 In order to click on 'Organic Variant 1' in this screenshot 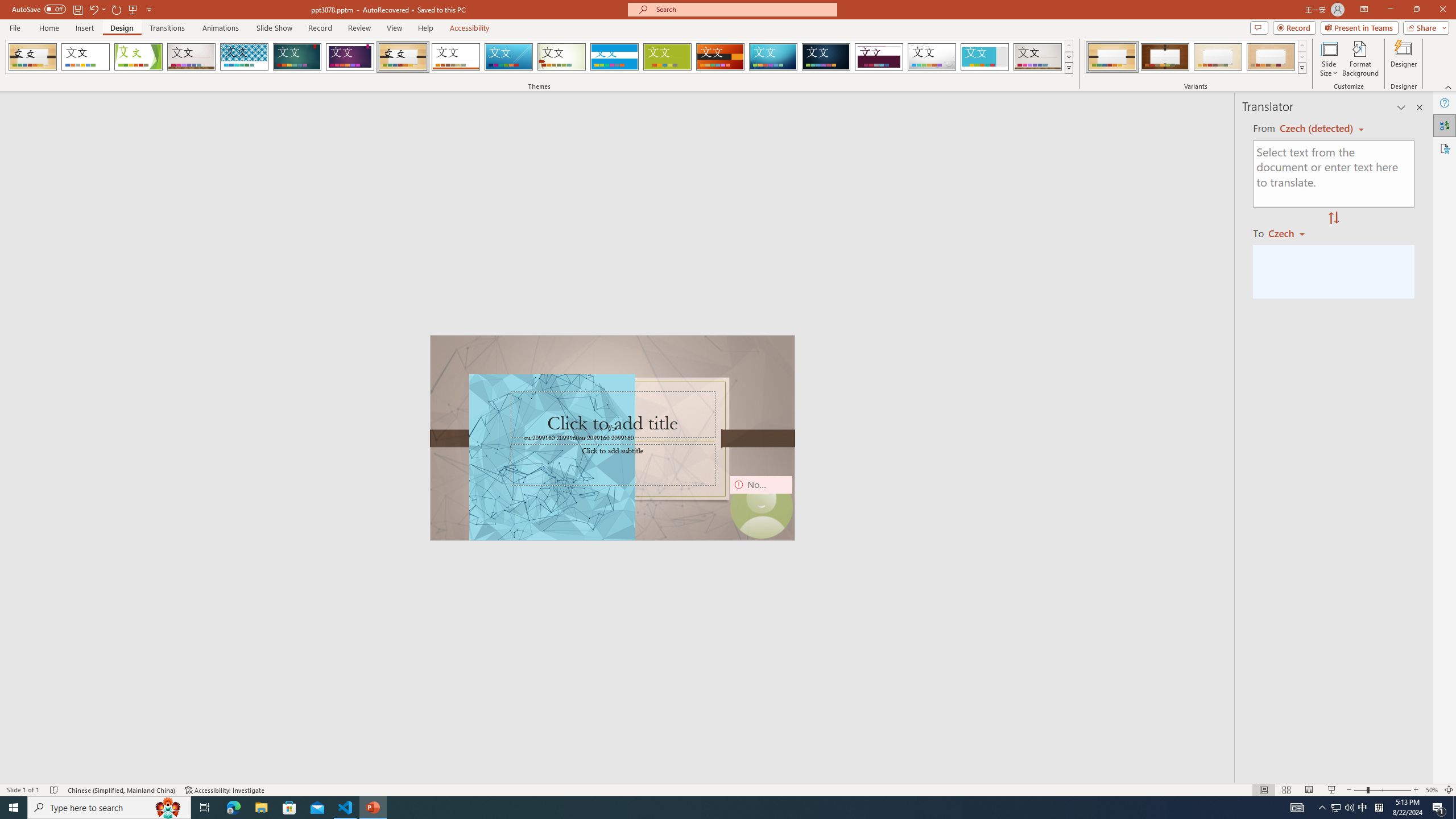, I will do `click(1111, 56)`.